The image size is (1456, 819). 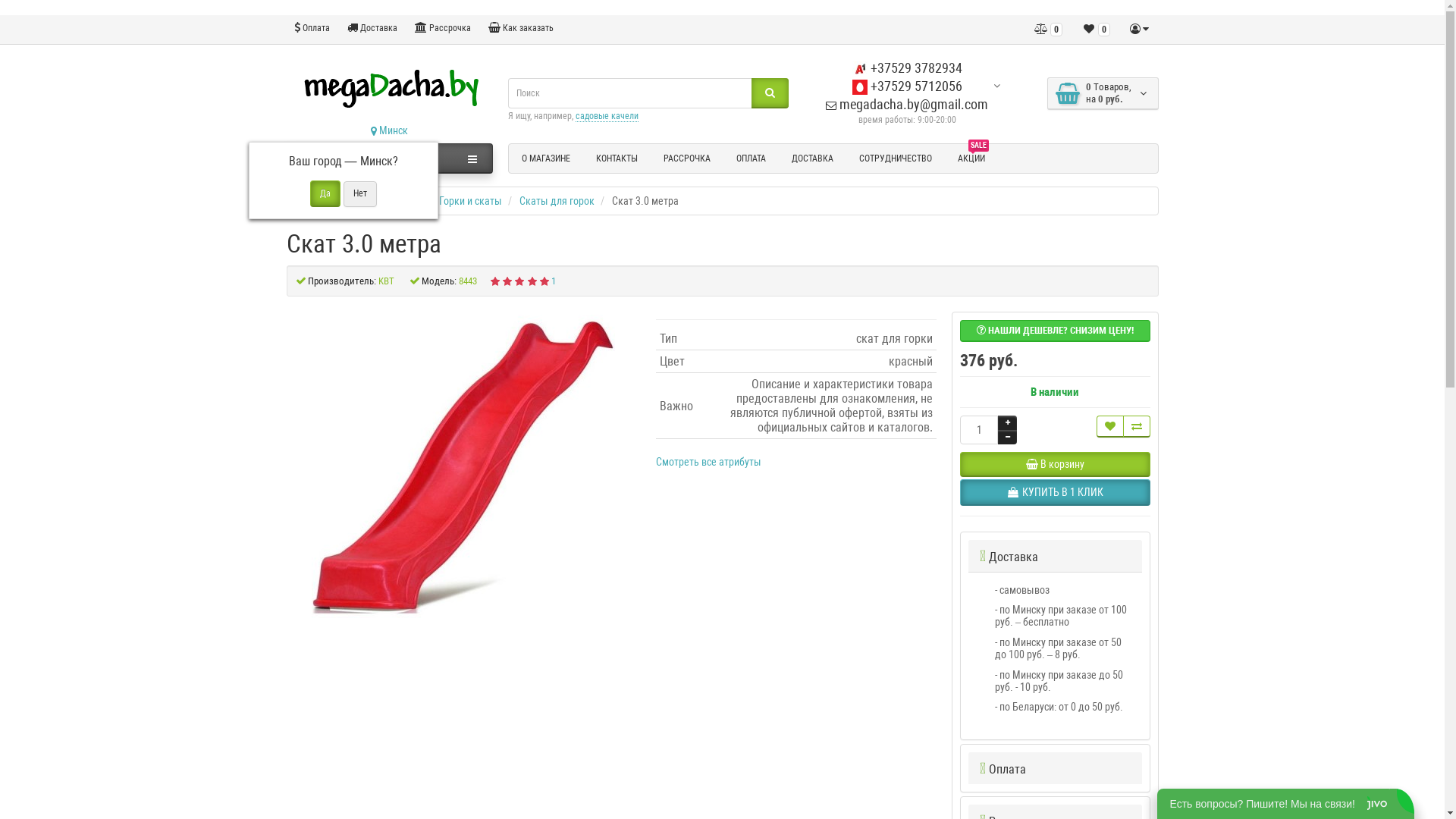 I want to click on '0', so click(x=1096, y=29).